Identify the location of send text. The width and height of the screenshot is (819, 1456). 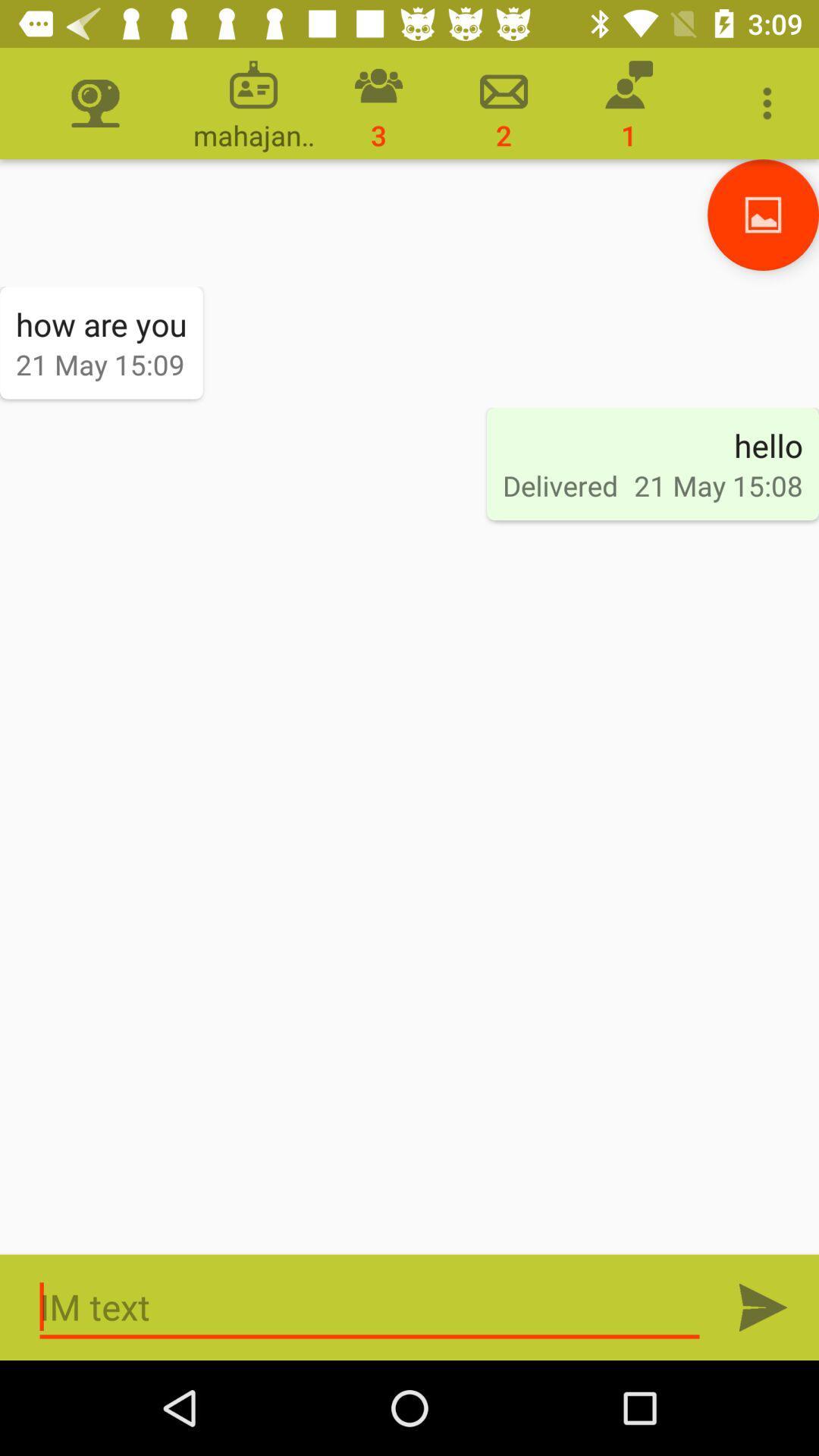
(763, 1307).